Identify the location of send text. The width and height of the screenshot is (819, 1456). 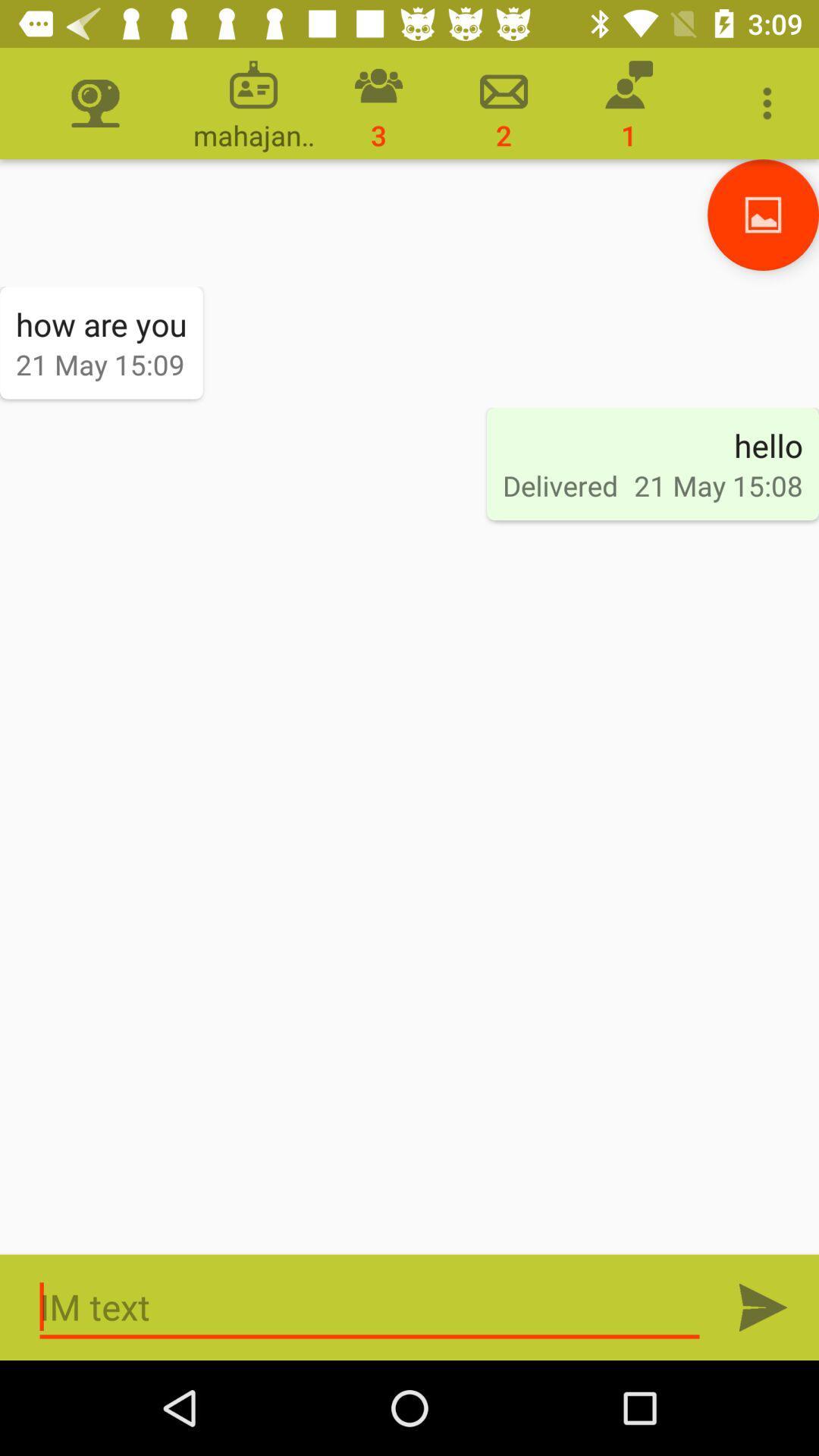
(763, 1307).